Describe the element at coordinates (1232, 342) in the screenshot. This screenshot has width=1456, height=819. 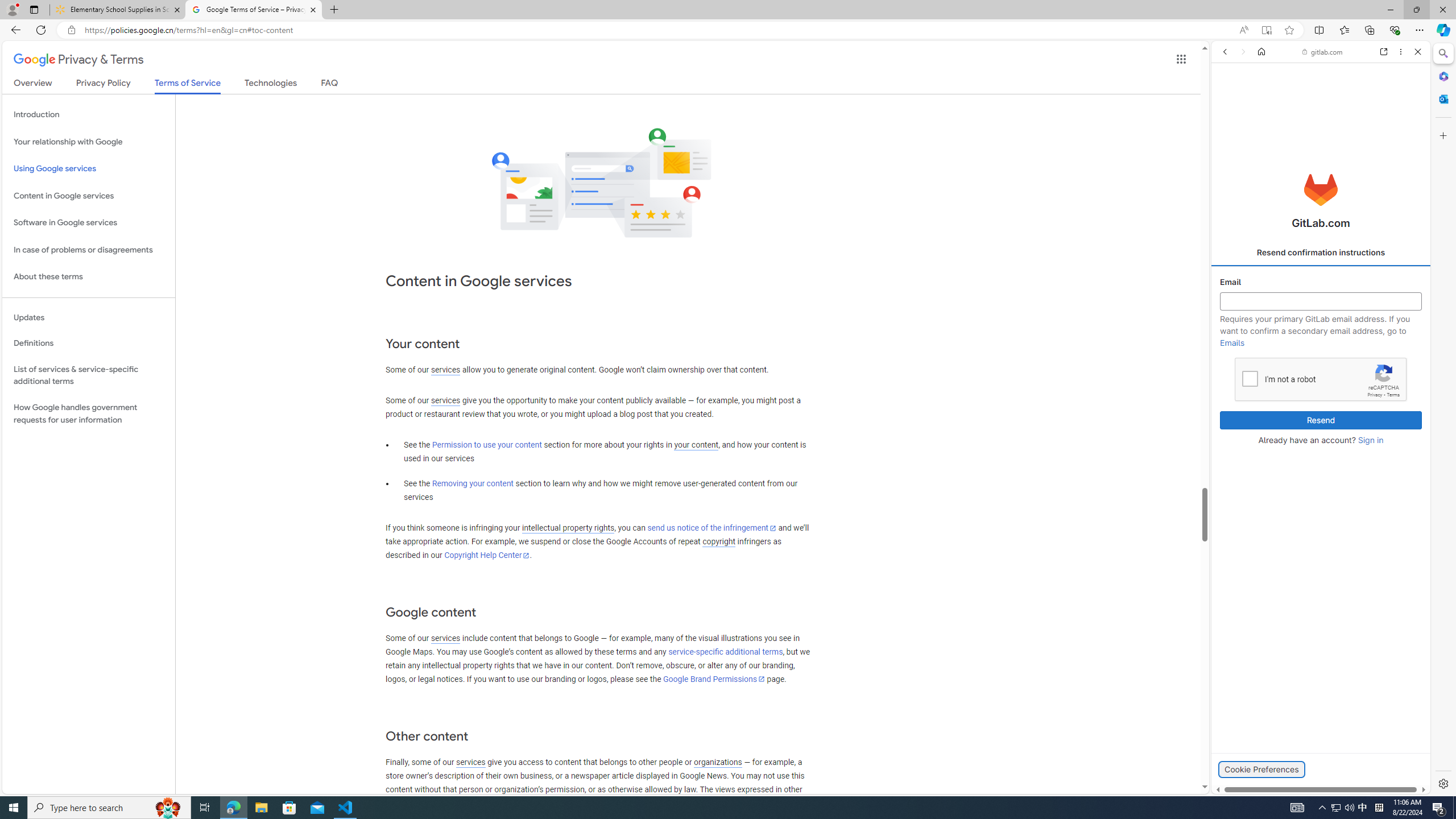
I see `'Emails'` at that location.